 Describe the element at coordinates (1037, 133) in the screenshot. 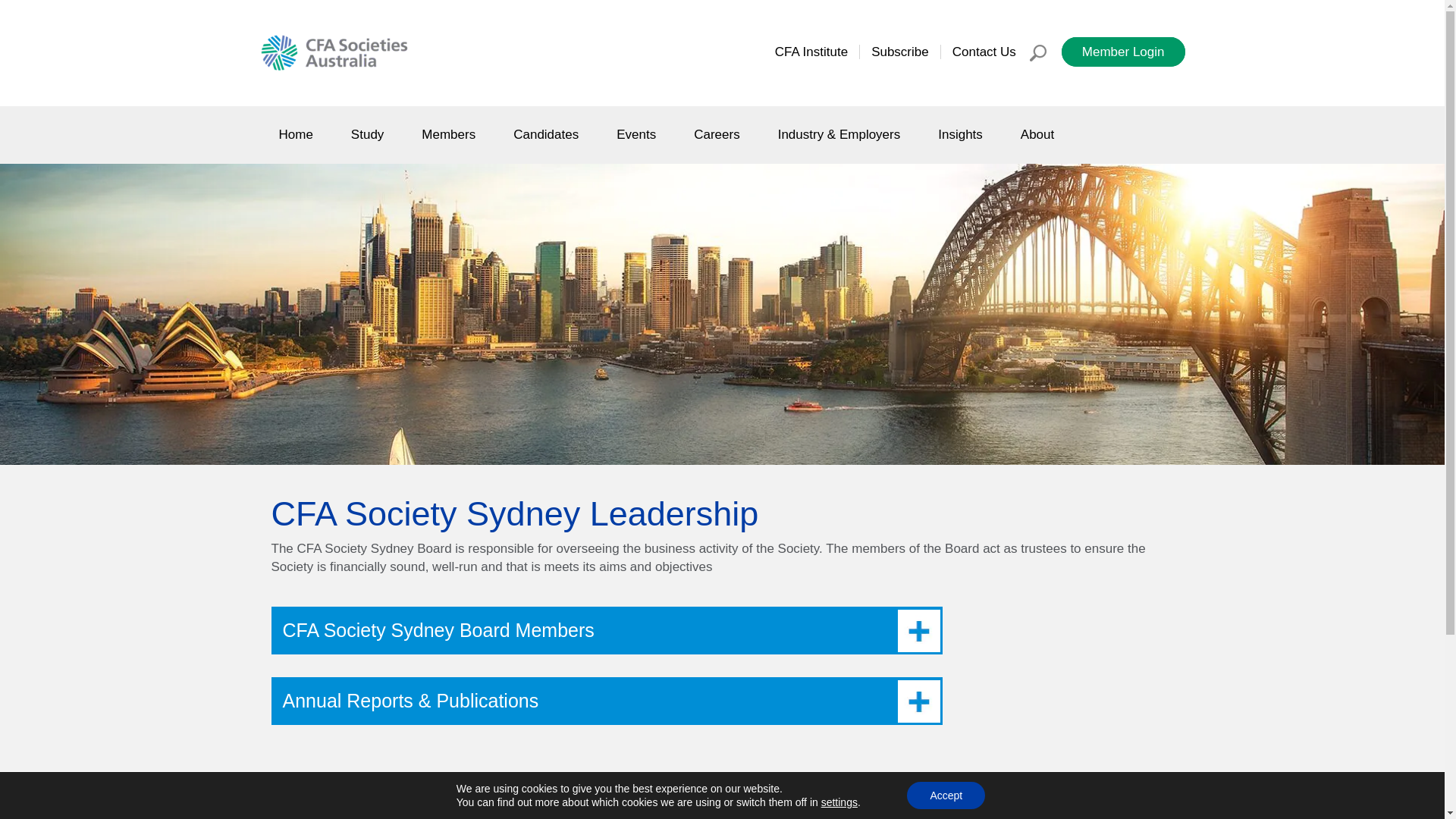

I see `'About'` at that location.